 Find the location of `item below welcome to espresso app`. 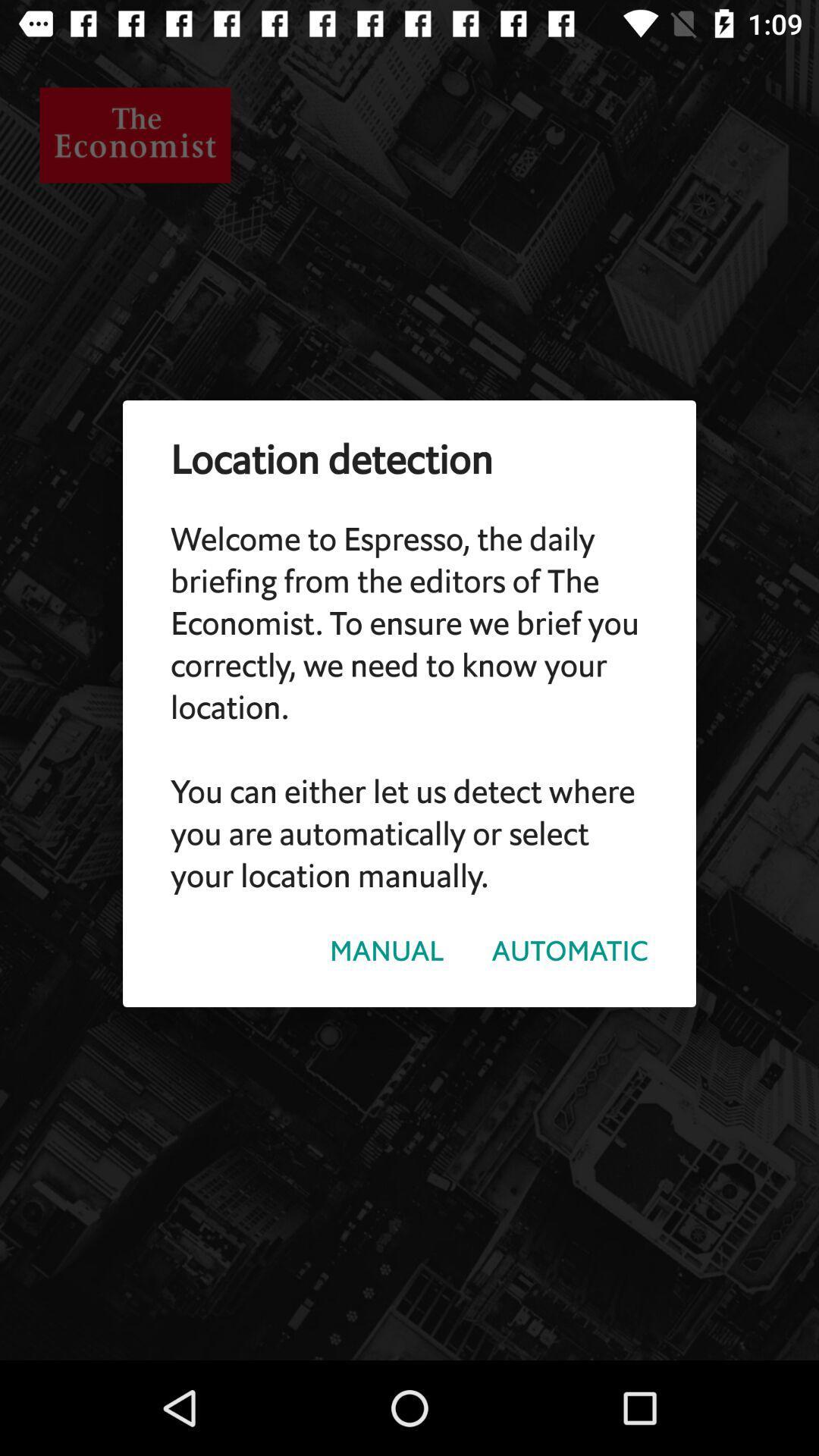

item below welcome to espresso app is located at coordinates (570, 950).